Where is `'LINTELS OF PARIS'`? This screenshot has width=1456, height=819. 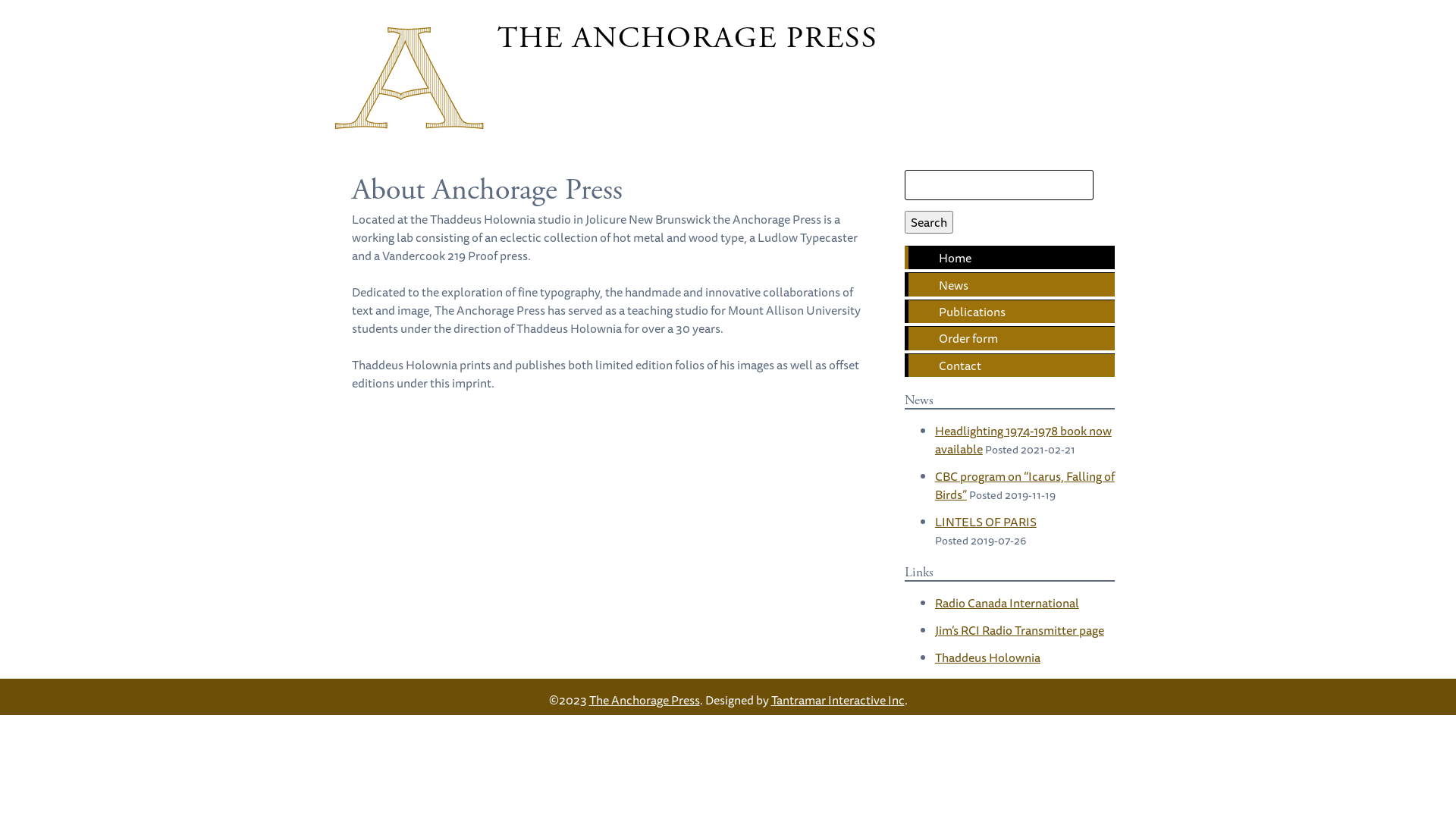 'LINTELS OF PARIS' is located at coordinates (934, 520).